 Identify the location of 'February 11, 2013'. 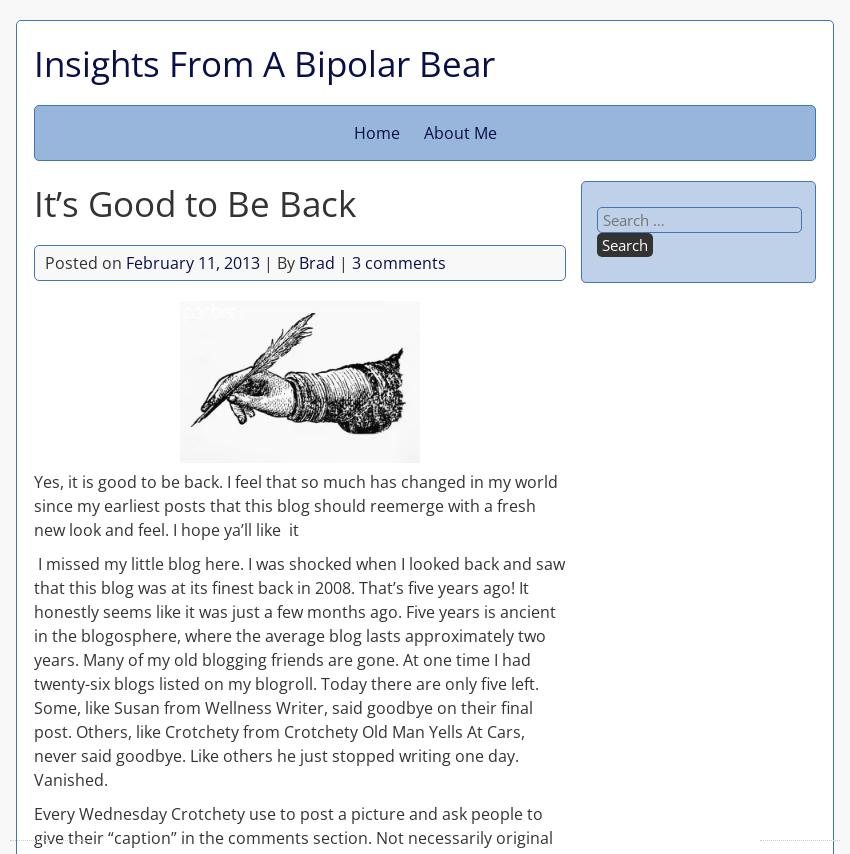
(192, 262).